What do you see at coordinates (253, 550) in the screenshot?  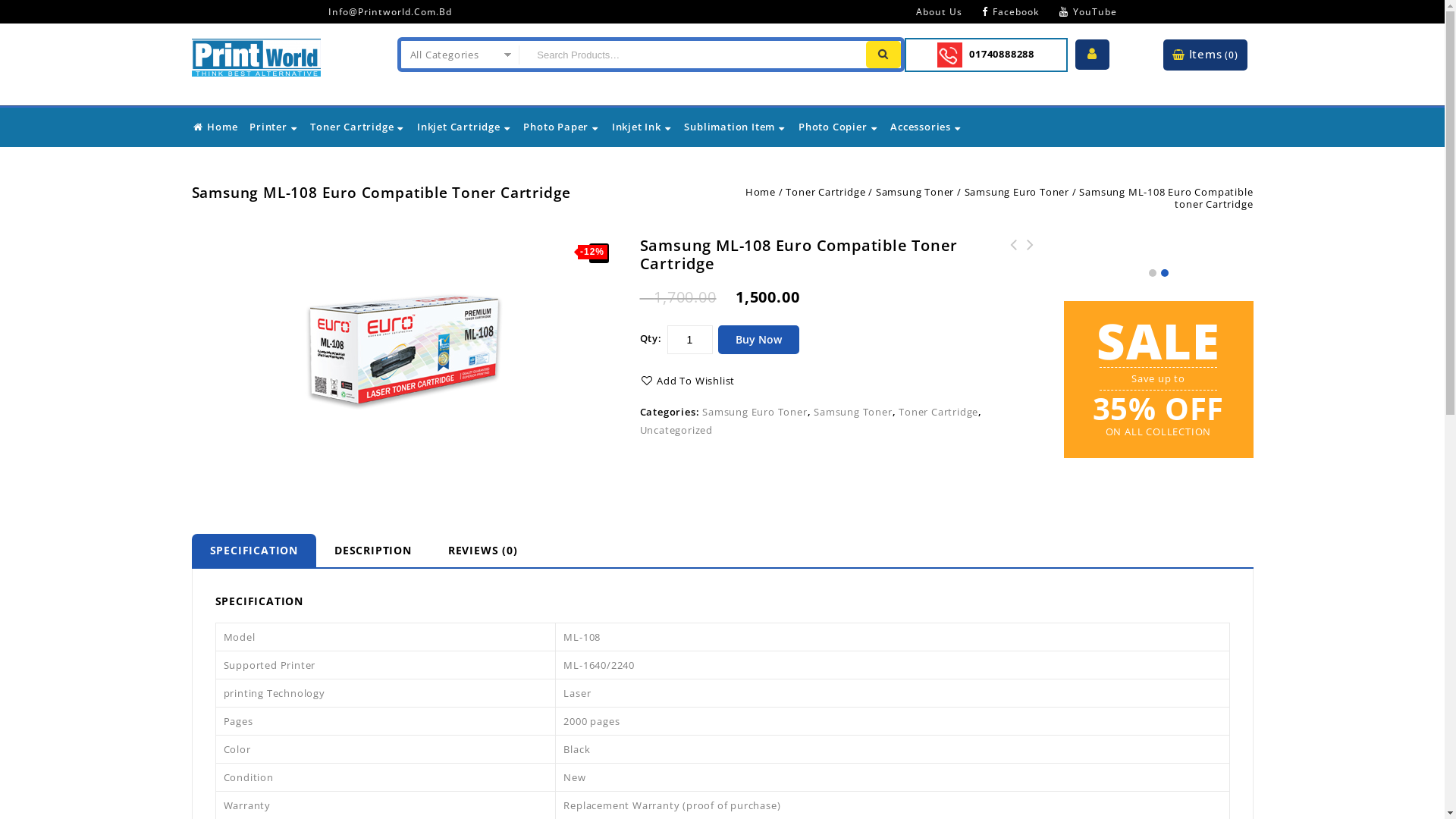 I see `'SPECIFICATION'` at bounding box center [253, 550].